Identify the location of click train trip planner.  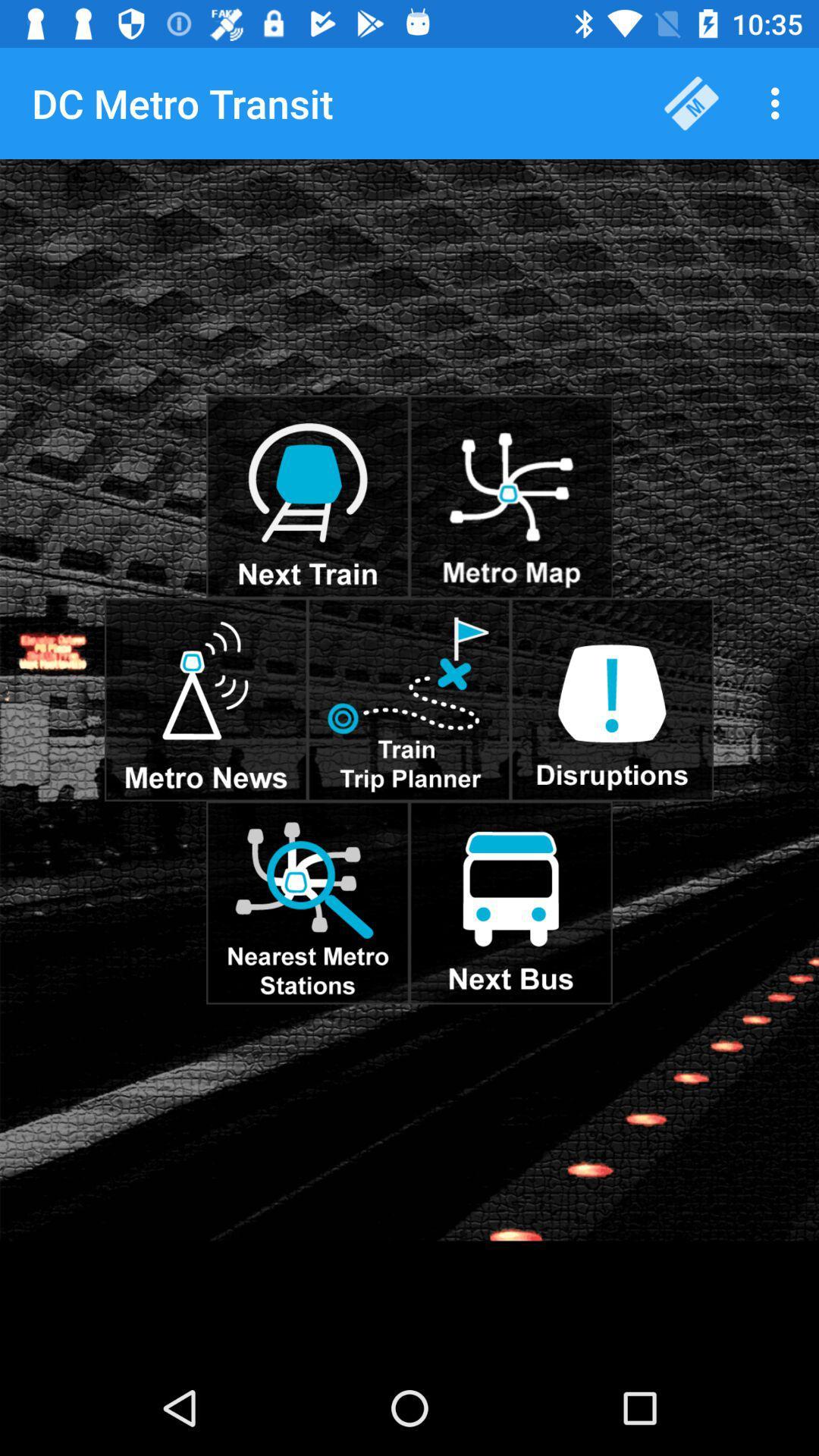
(408, 698).